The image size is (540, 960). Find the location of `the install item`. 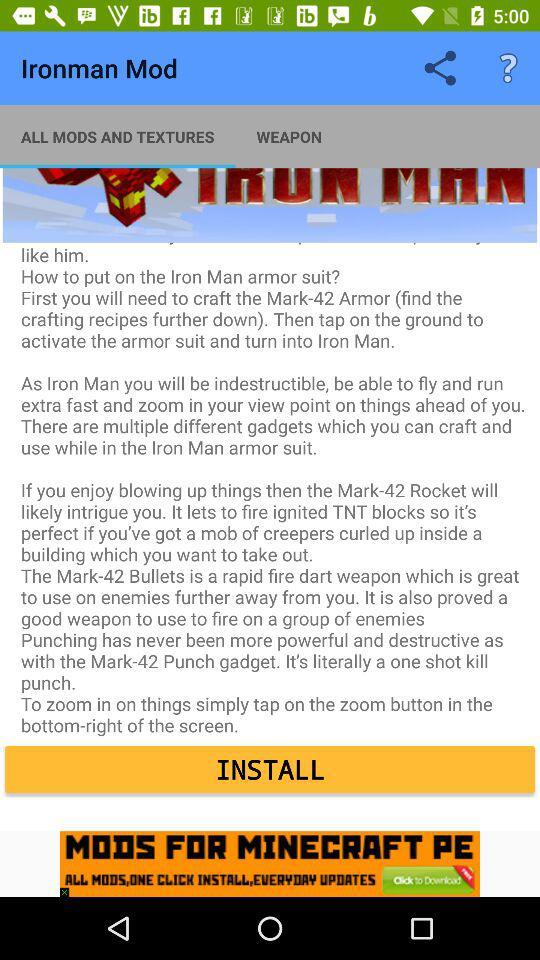

the install item is located at coordinates (270, 768).